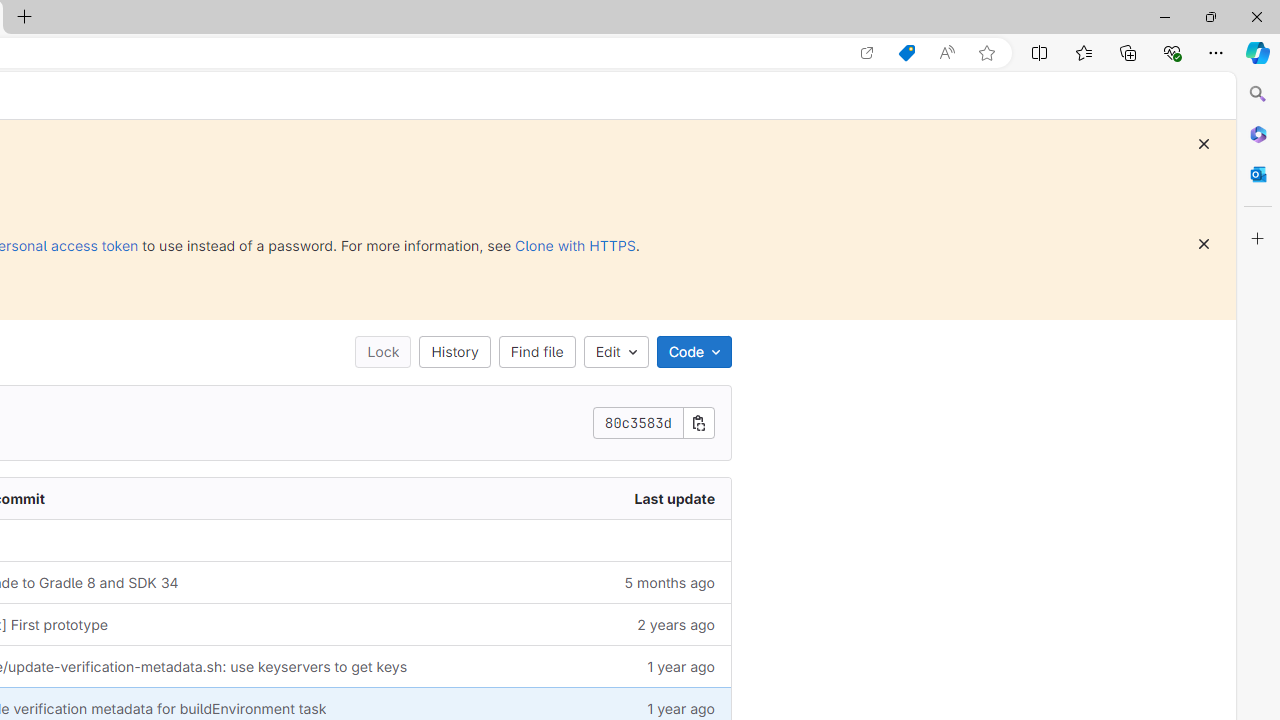 This screenshot has height=720, width=1280. I want to click on '5 months ago', so click(612, 582).